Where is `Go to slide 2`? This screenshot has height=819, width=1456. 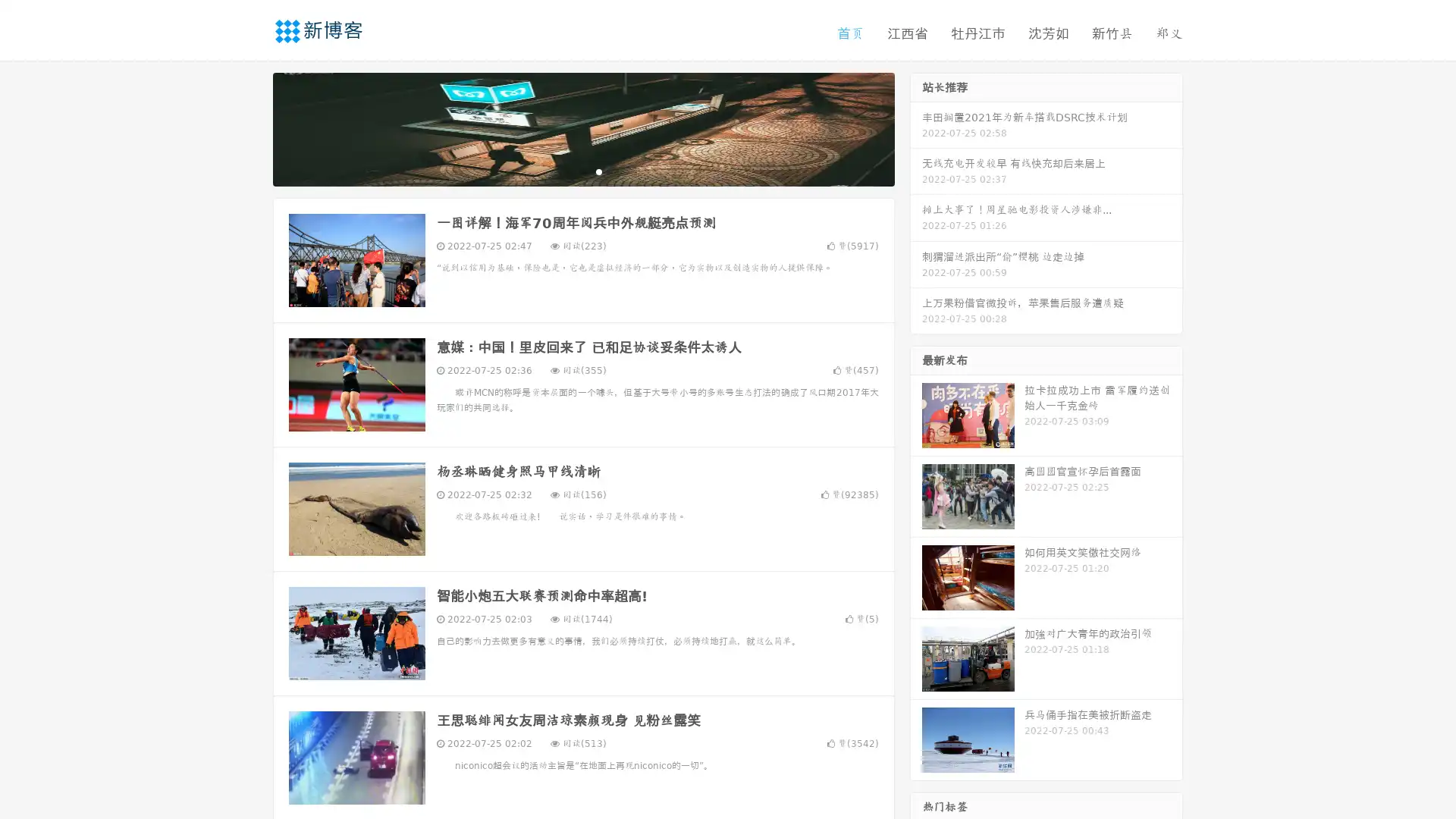 Go to slide 2 is located at coordinates (582, 171).